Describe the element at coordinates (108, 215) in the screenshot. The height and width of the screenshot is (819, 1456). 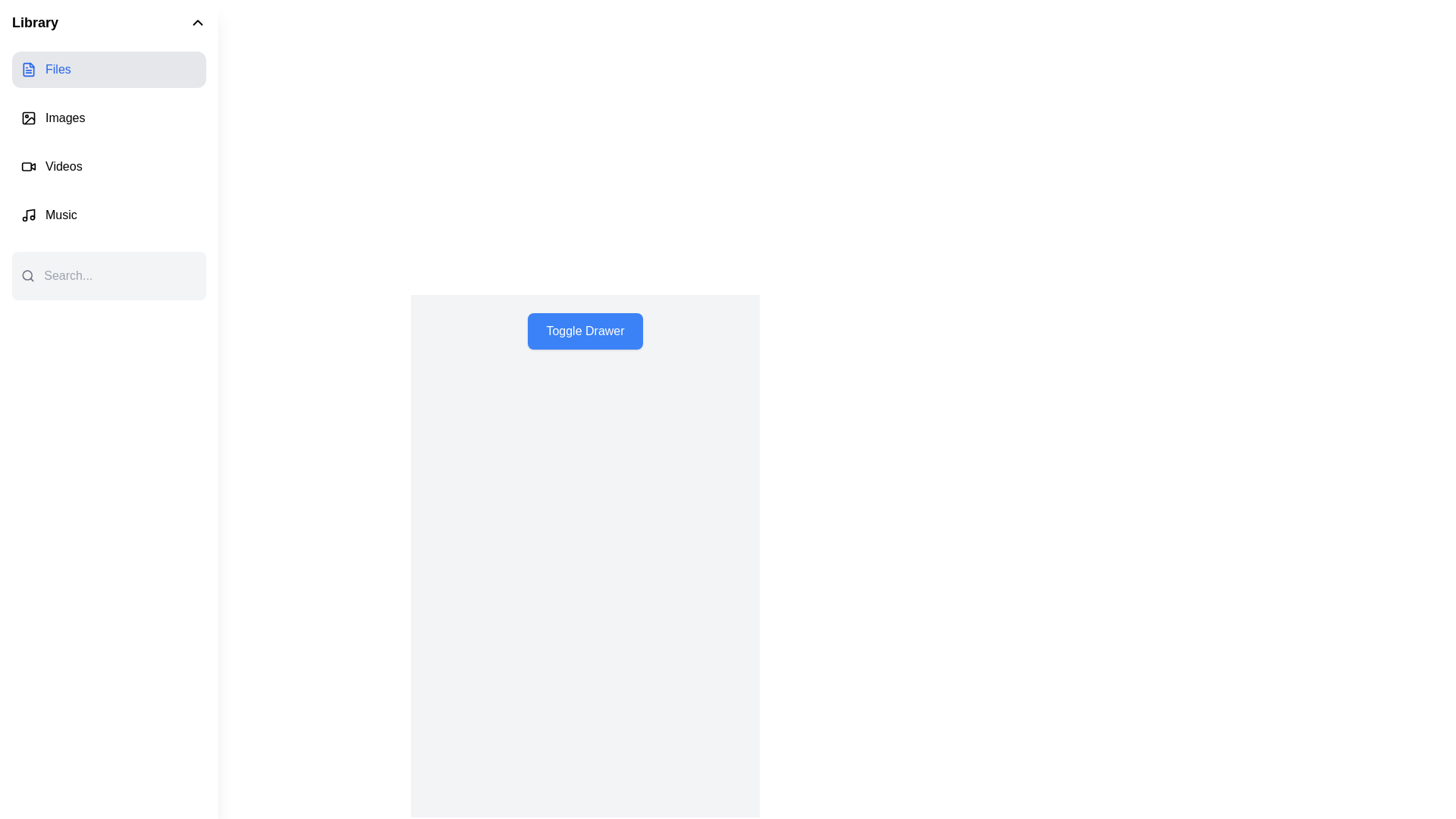
I see `keyboard navigation` at that location.